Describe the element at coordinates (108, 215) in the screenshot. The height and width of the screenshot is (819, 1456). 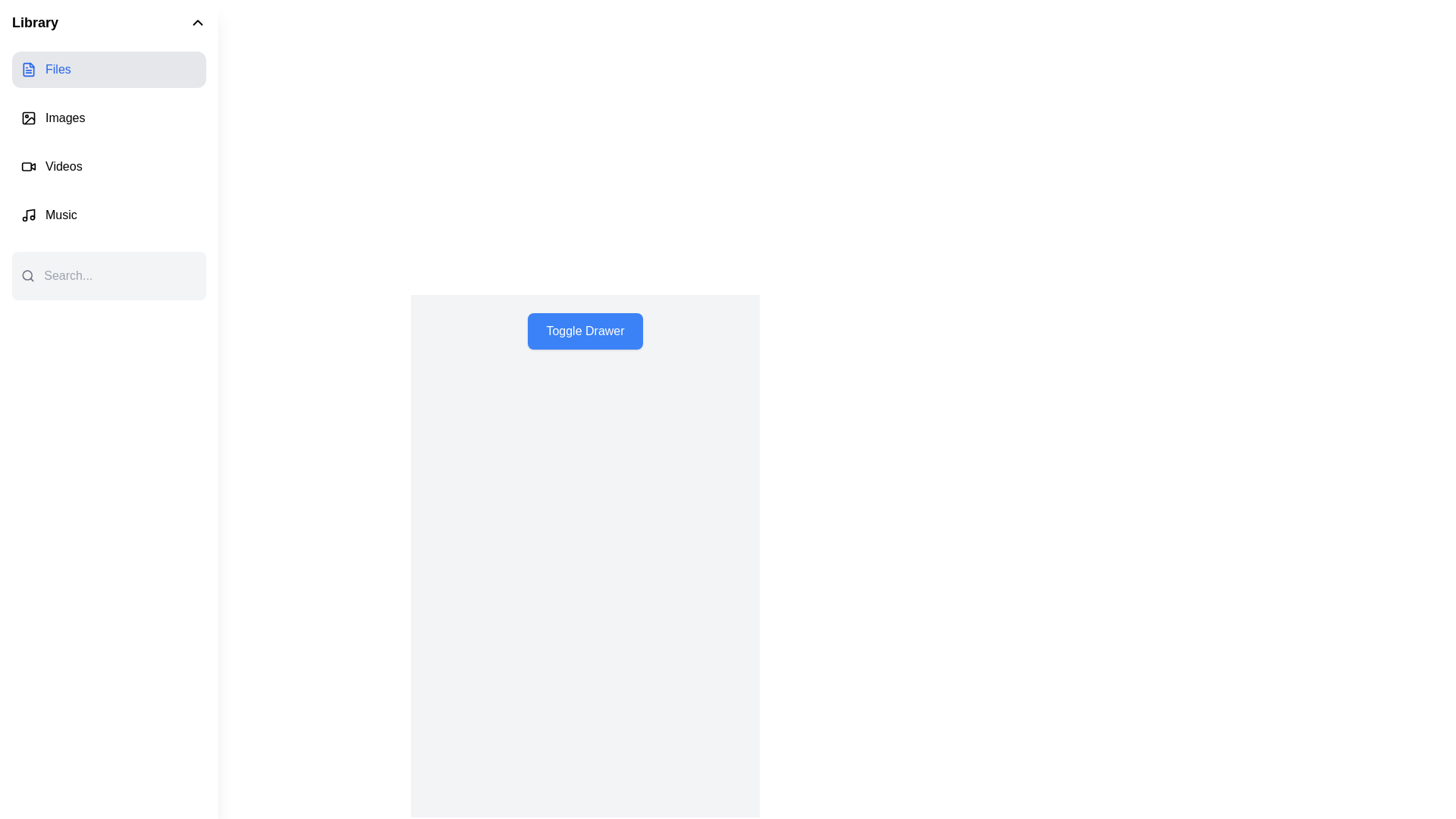
I see `keyboard navigation` at that location.